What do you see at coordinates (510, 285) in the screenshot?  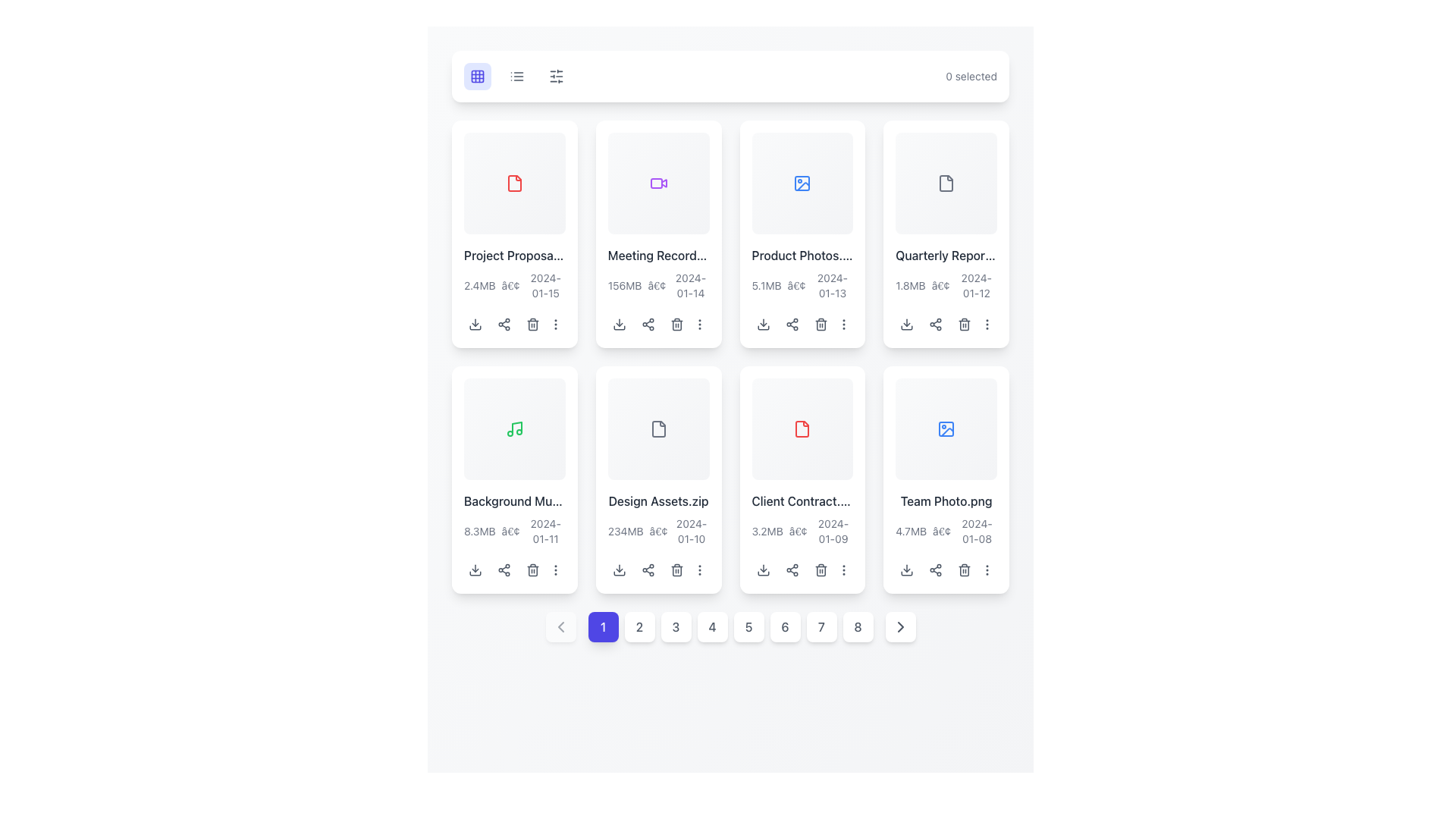 I see `the small bullet point (•) located between '2.4MB' and '2024-01-15' in the metadata segment of the first 'Project Proposal' card` at bounding box center [510, 285].